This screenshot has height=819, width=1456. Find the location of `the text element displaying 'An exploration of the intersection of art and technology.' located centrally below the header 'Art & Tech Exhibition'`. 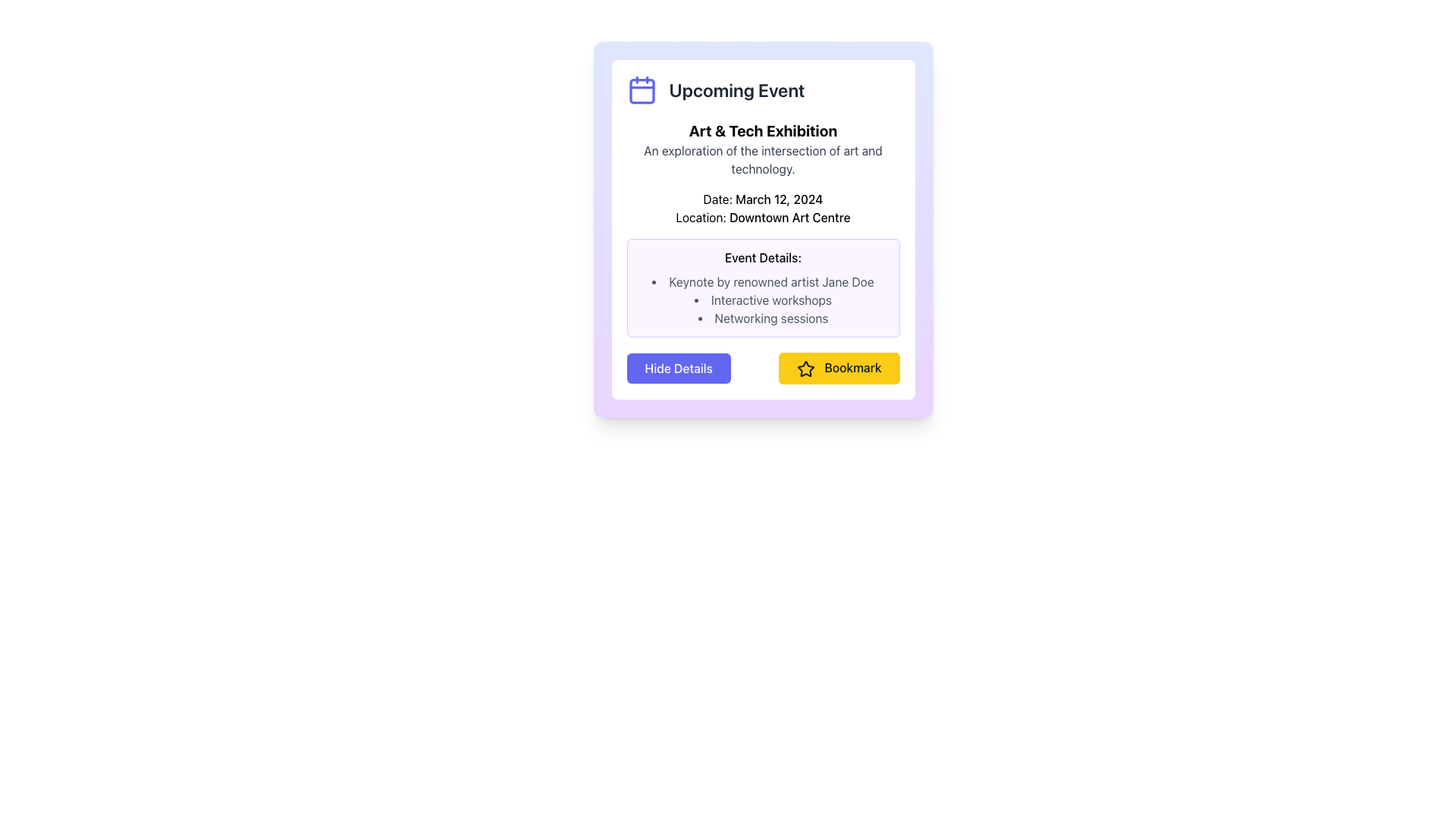

the text element displaying 'An exploration of the intersection of art and technology.' located centrally below the header 'Art & Tech Exhibition' is located at coordinates (763, 160).